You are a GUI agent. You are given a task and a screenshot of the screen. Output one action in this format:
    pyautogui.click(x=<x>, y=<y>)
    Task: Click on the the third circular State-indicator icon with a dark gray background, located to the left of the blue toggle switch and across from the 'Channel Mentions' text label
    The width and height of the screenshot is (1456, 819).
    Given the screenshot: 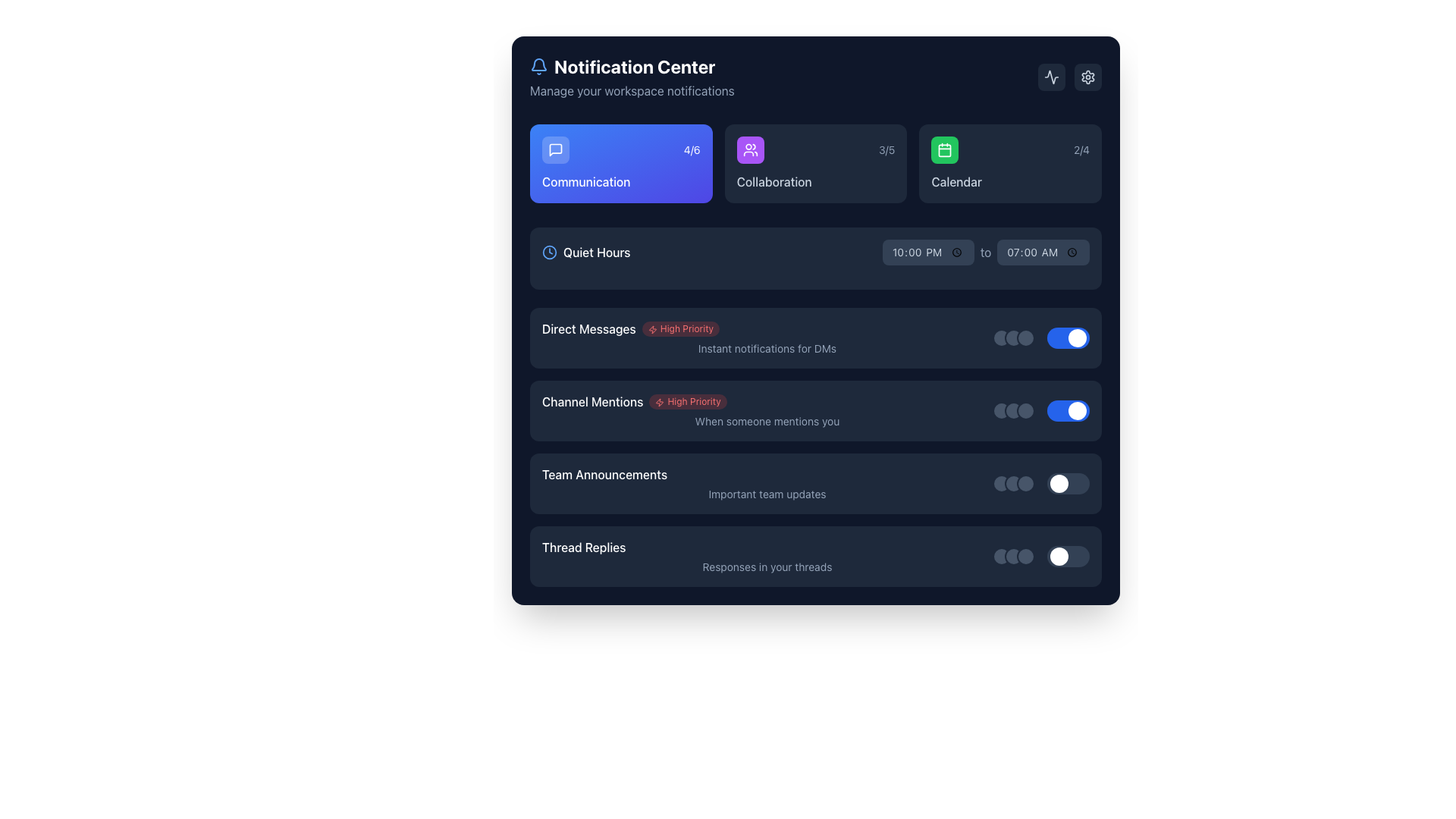 What is the action you would take?
    pyautogui.click(x=1026, y=411)
    